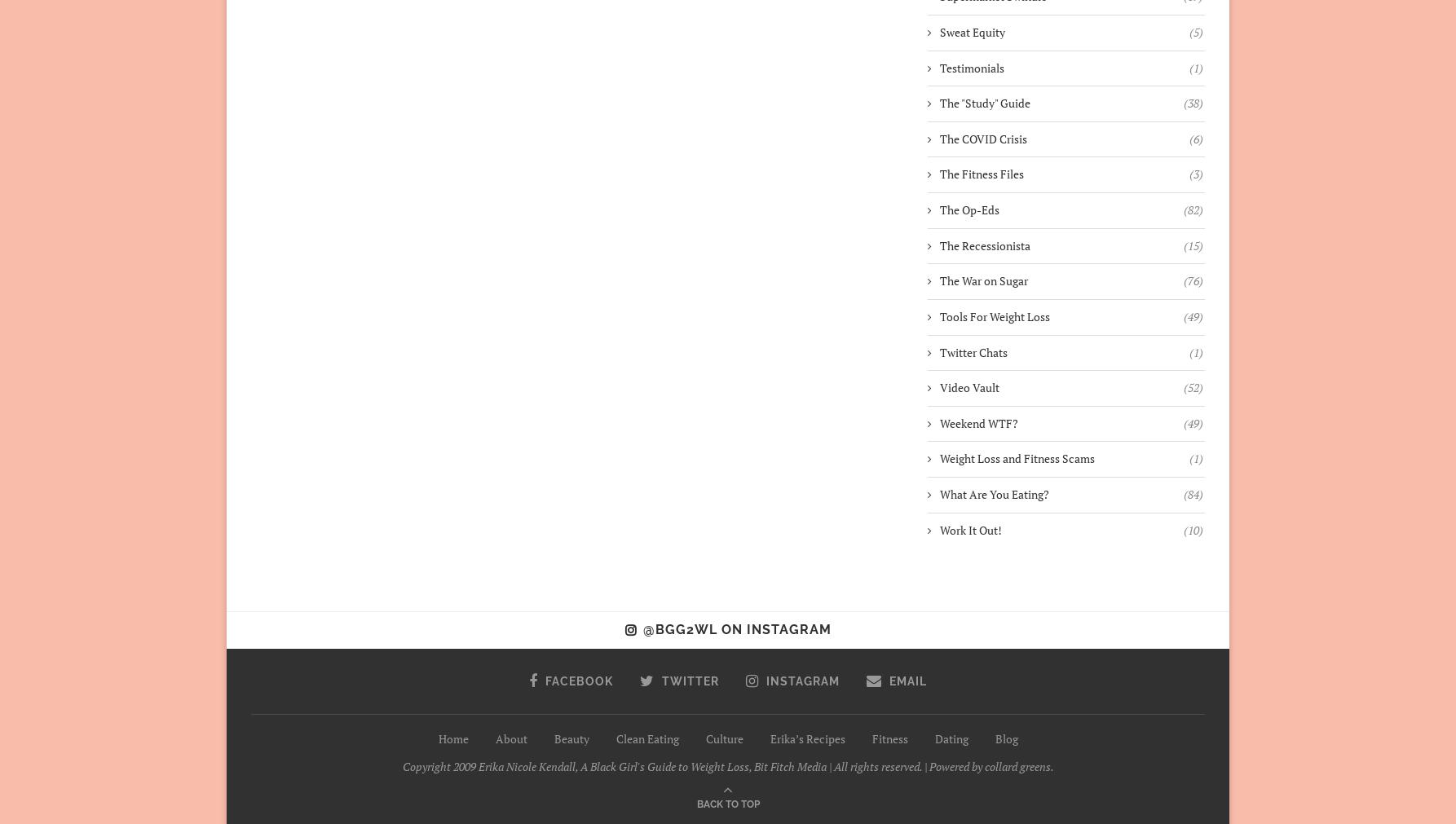 The height and width of the screenshot is (824, 1456). I want to click on 'Culture', so click(722, 738).